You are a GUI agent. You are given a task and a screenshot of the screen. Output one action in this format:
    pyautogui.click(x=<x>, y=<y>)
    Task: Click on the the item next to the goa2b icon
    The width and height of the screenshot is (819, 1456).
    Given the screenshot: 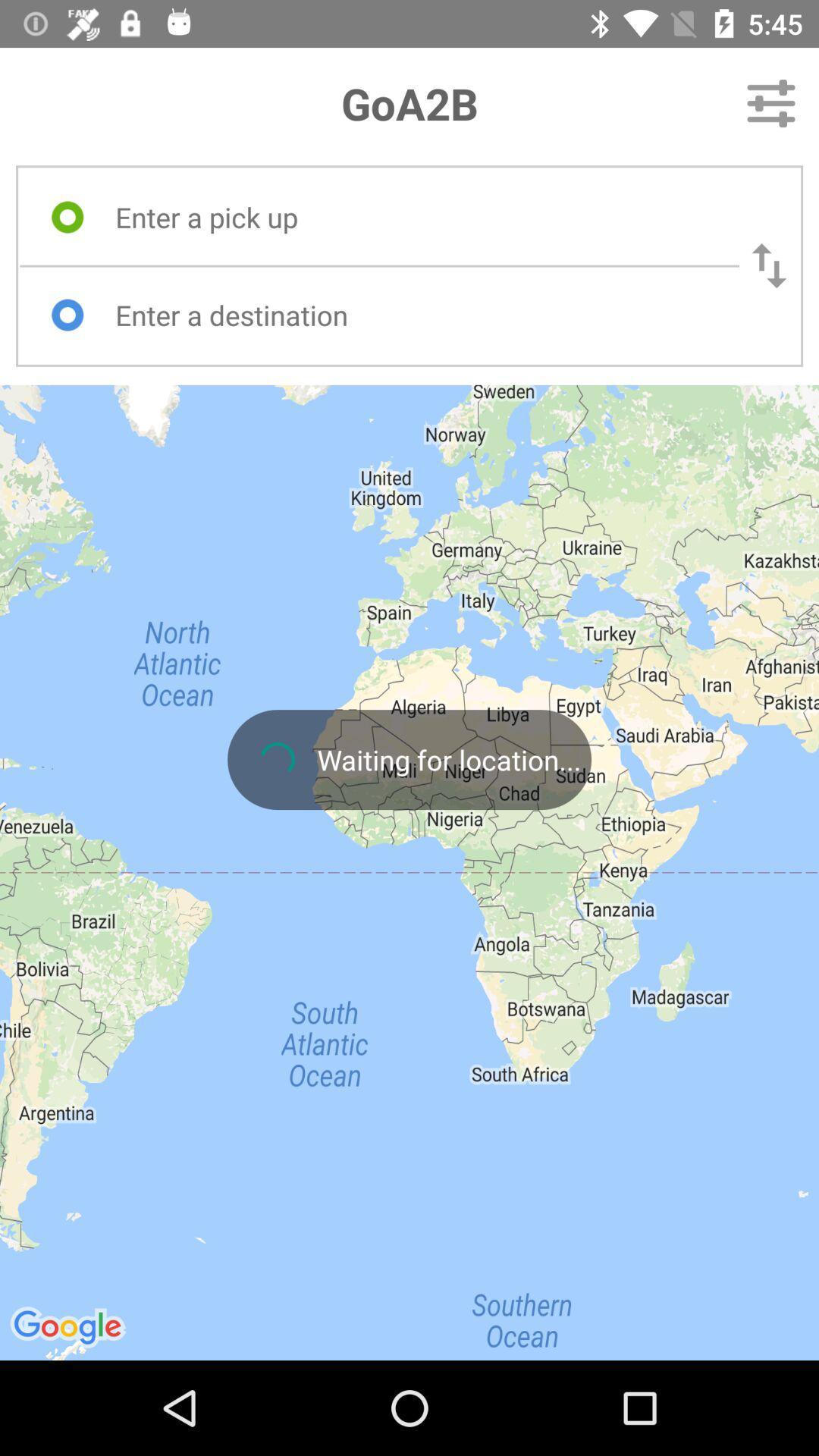 What is the action you would take?
    pyautogui.click(x=771, y=102)
    